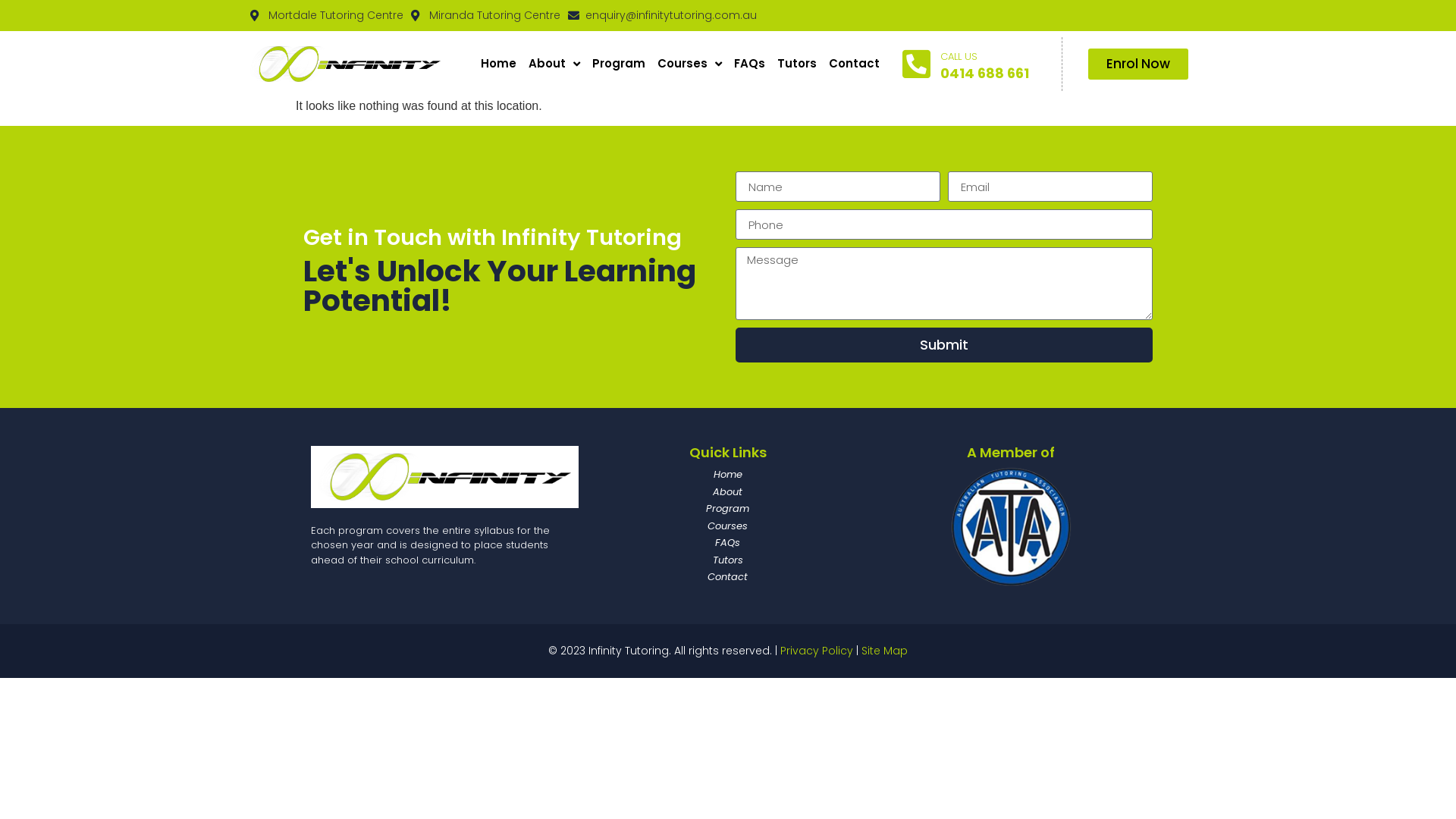  I want to click on 'FAQs', so click(726, 542).